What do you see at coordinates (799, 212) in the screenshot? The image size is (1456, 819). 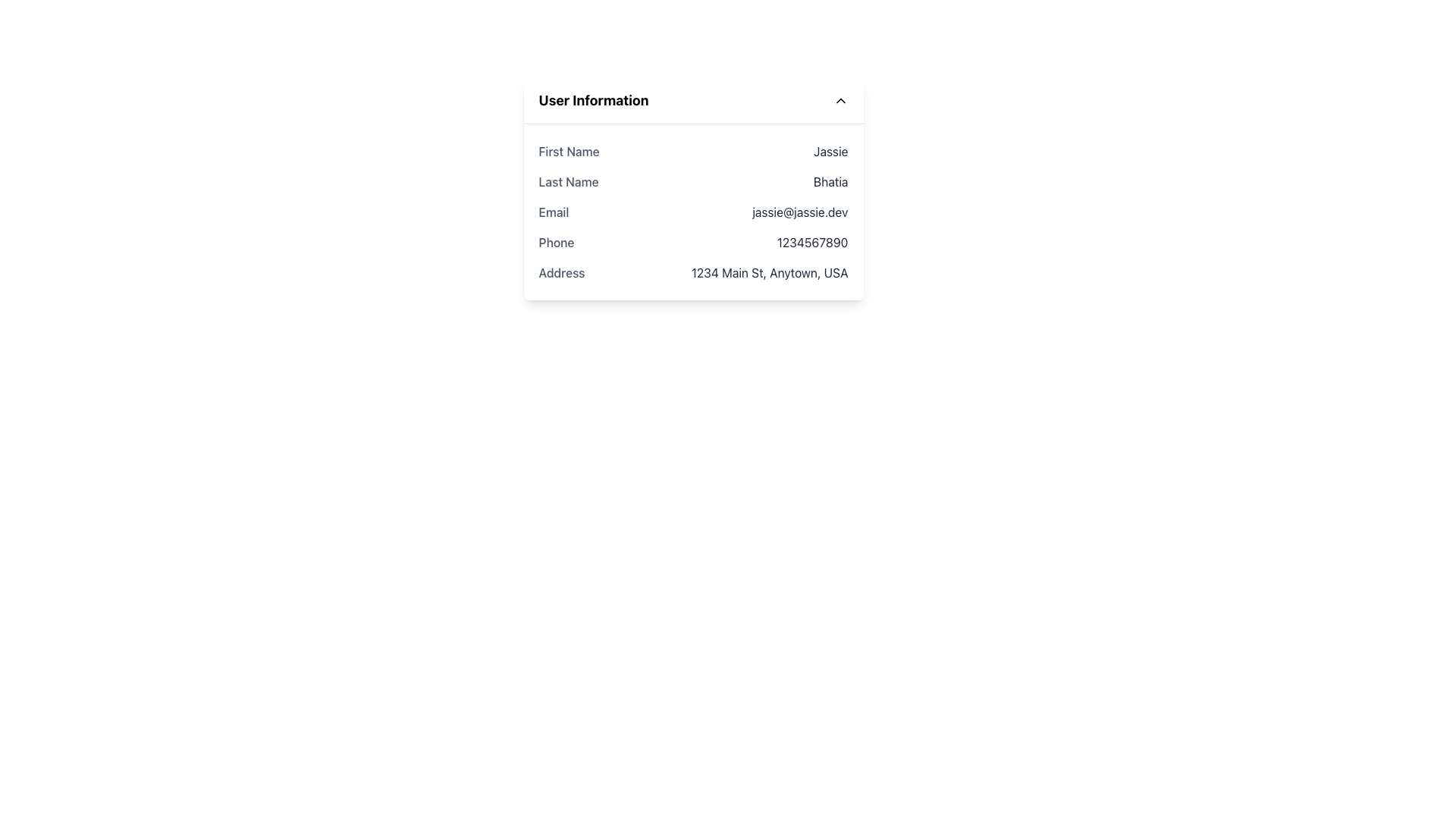 I see `the static text label displaying the user's email address, which is located in the fourth row of the User Information section` at bounding box center [799, 212].